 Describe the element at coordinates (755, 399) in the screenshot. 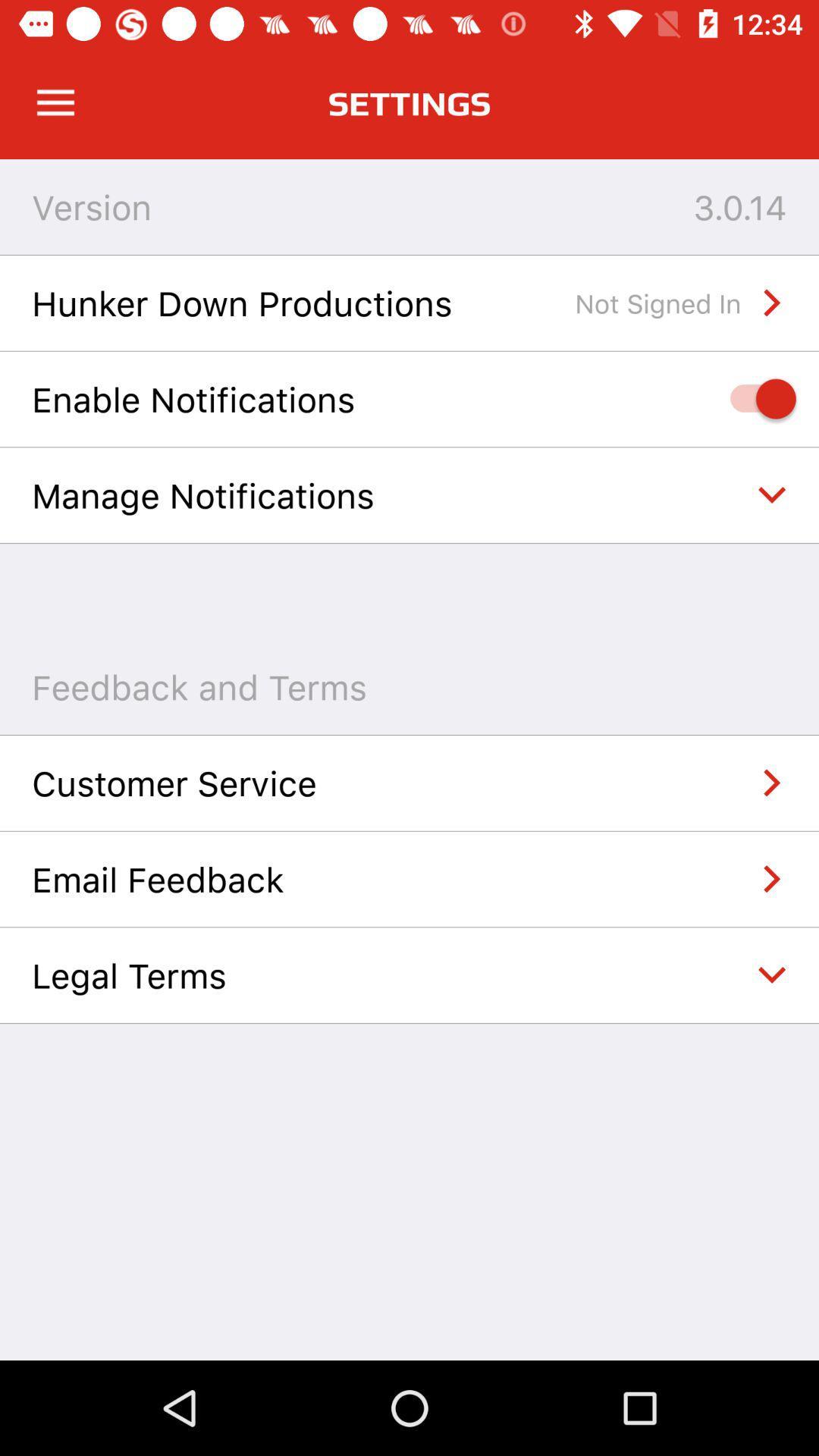

I see `switch enable notification option` at that location.